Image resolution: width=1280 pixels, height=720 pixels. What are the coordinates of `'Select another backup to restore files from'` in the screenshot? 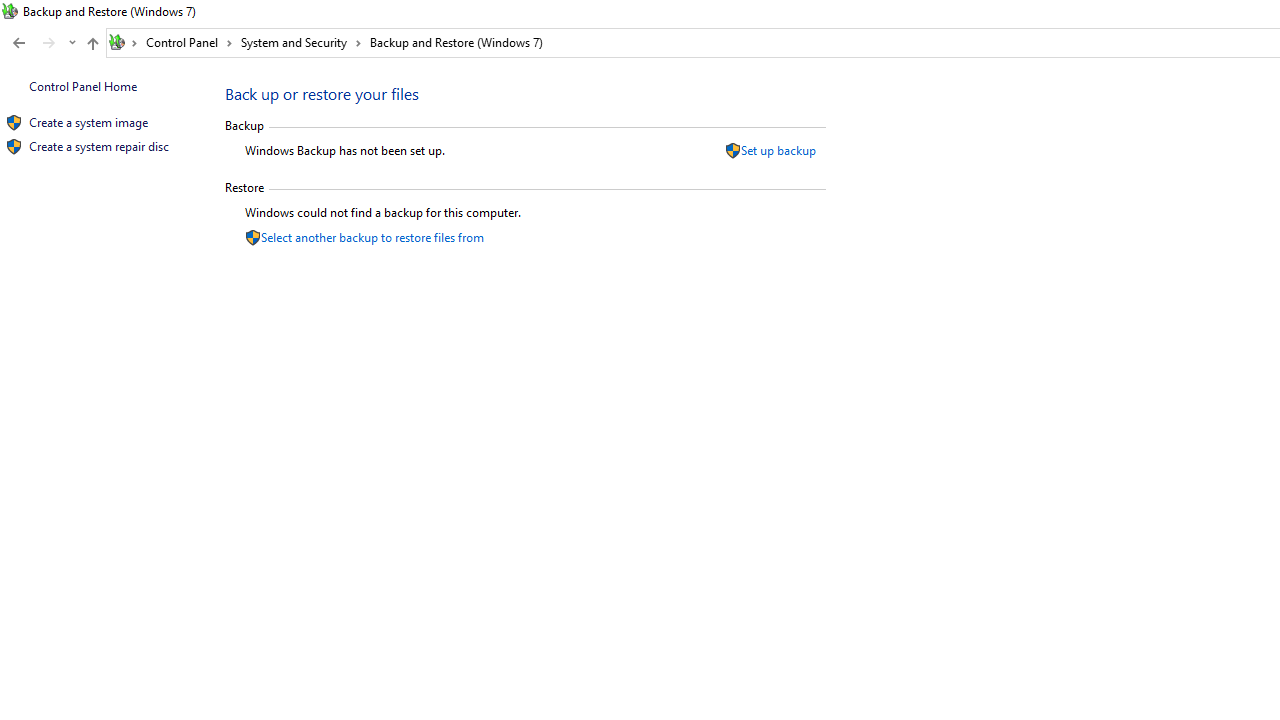 It's located at (372, 236).